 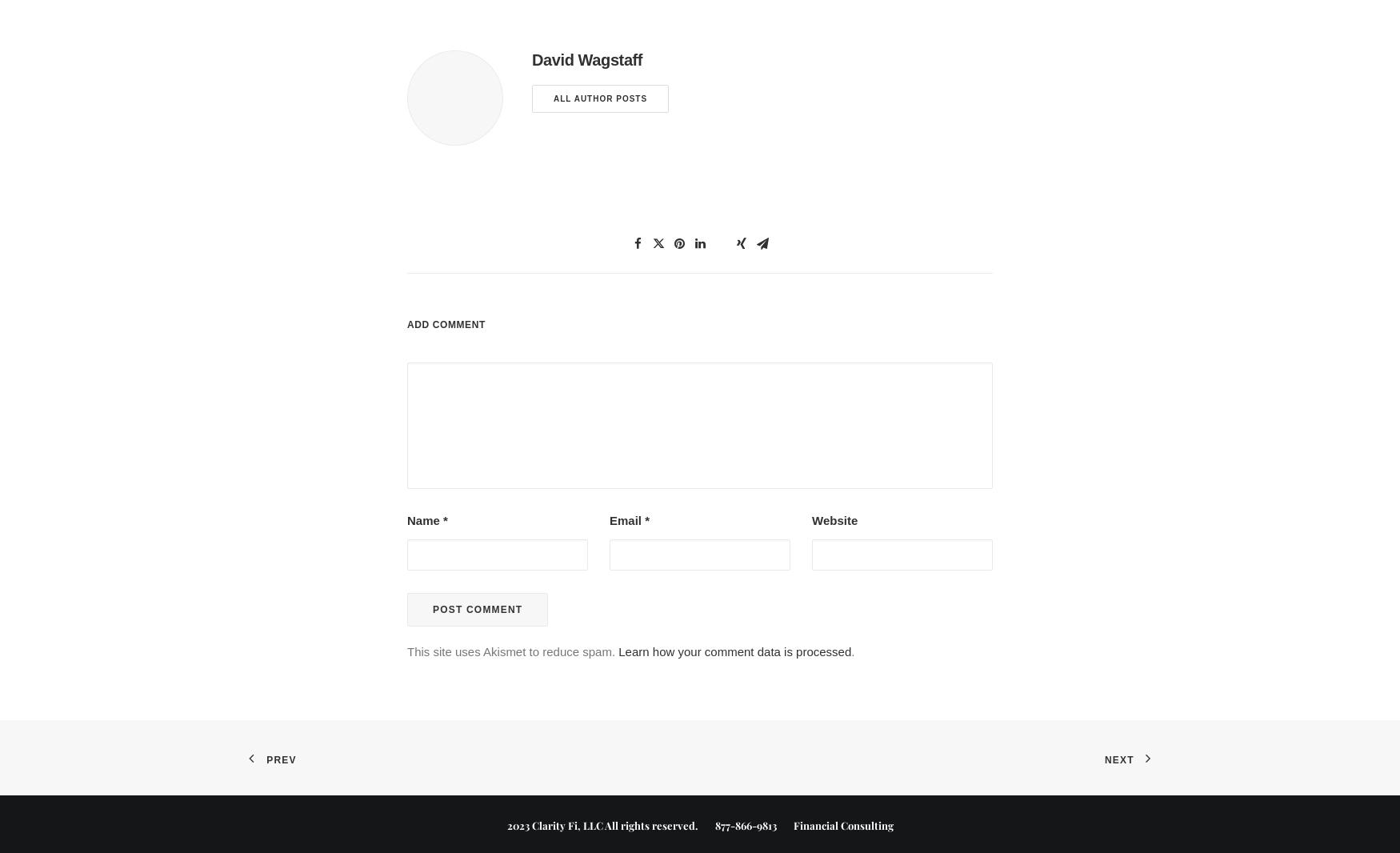 What do you see at coordinates (626, 519) in the screenshot?
I see `'Email'` at bounding box center [626, 519].